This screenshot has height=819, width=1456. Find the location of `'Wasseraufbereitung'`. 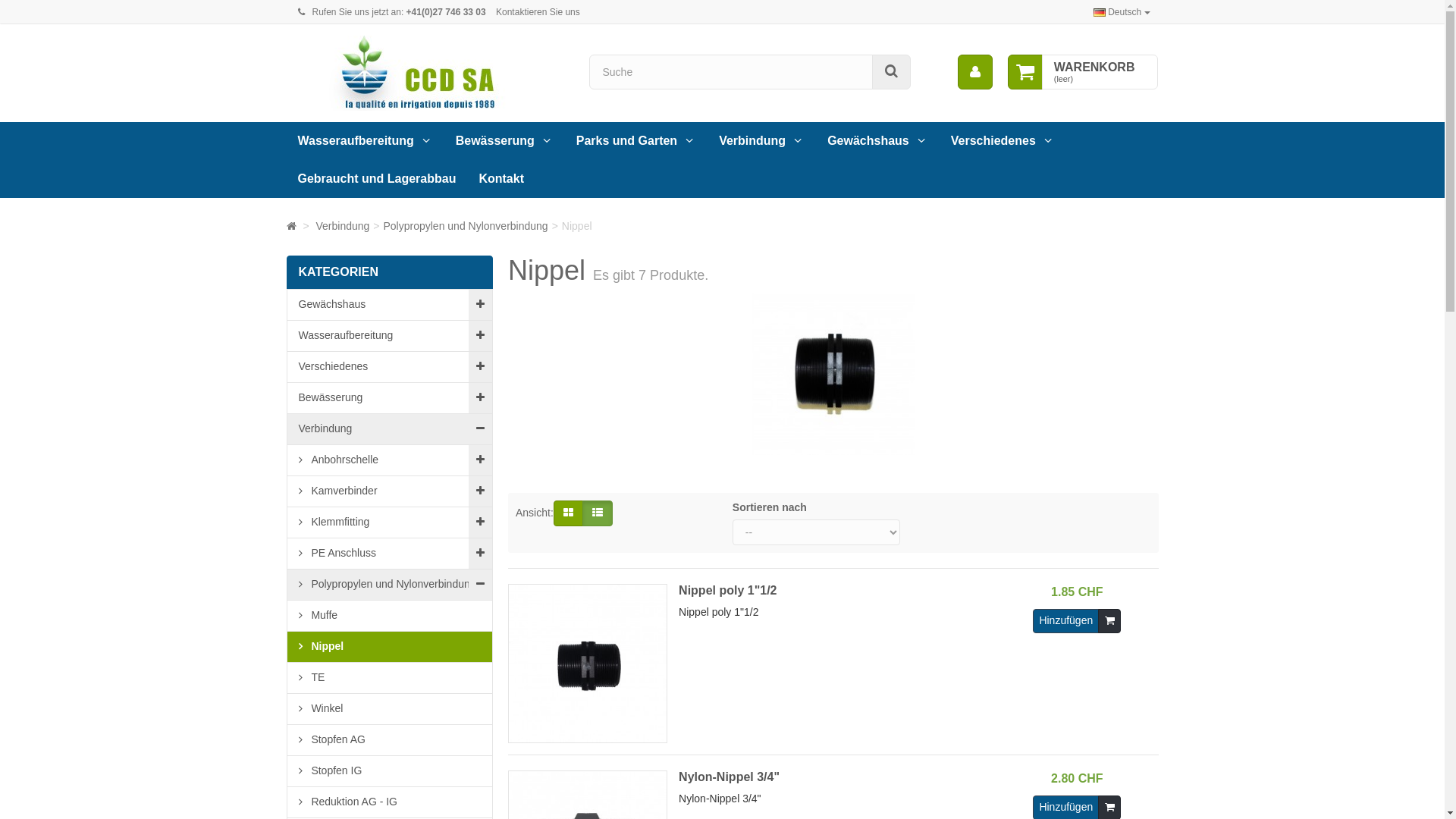

'Wasseraufbereitung' is located at coordinates (389, 335).